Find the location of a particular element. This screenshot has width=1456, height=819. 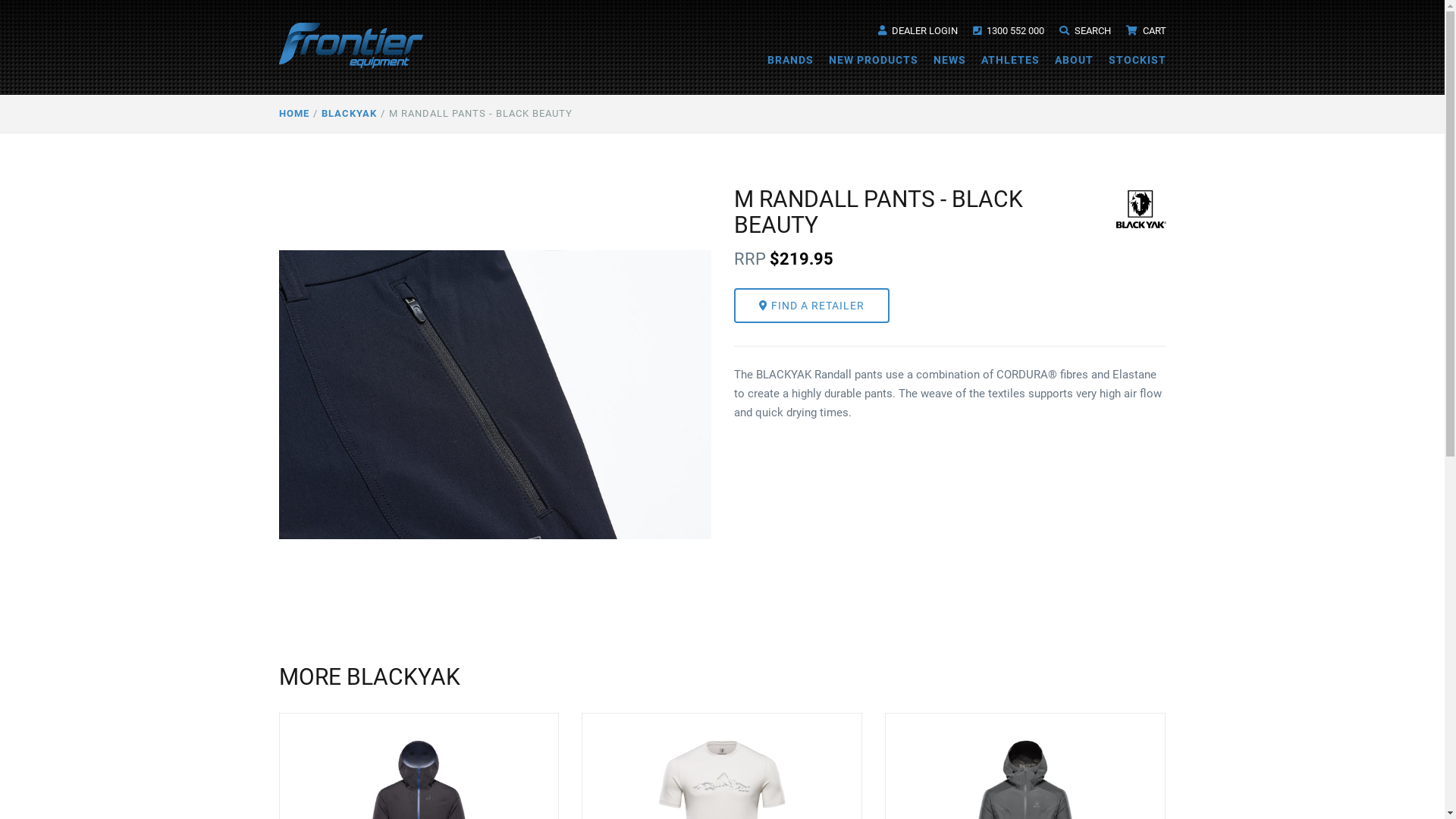

'ABOUT' is located at coordinates (1072, 58).